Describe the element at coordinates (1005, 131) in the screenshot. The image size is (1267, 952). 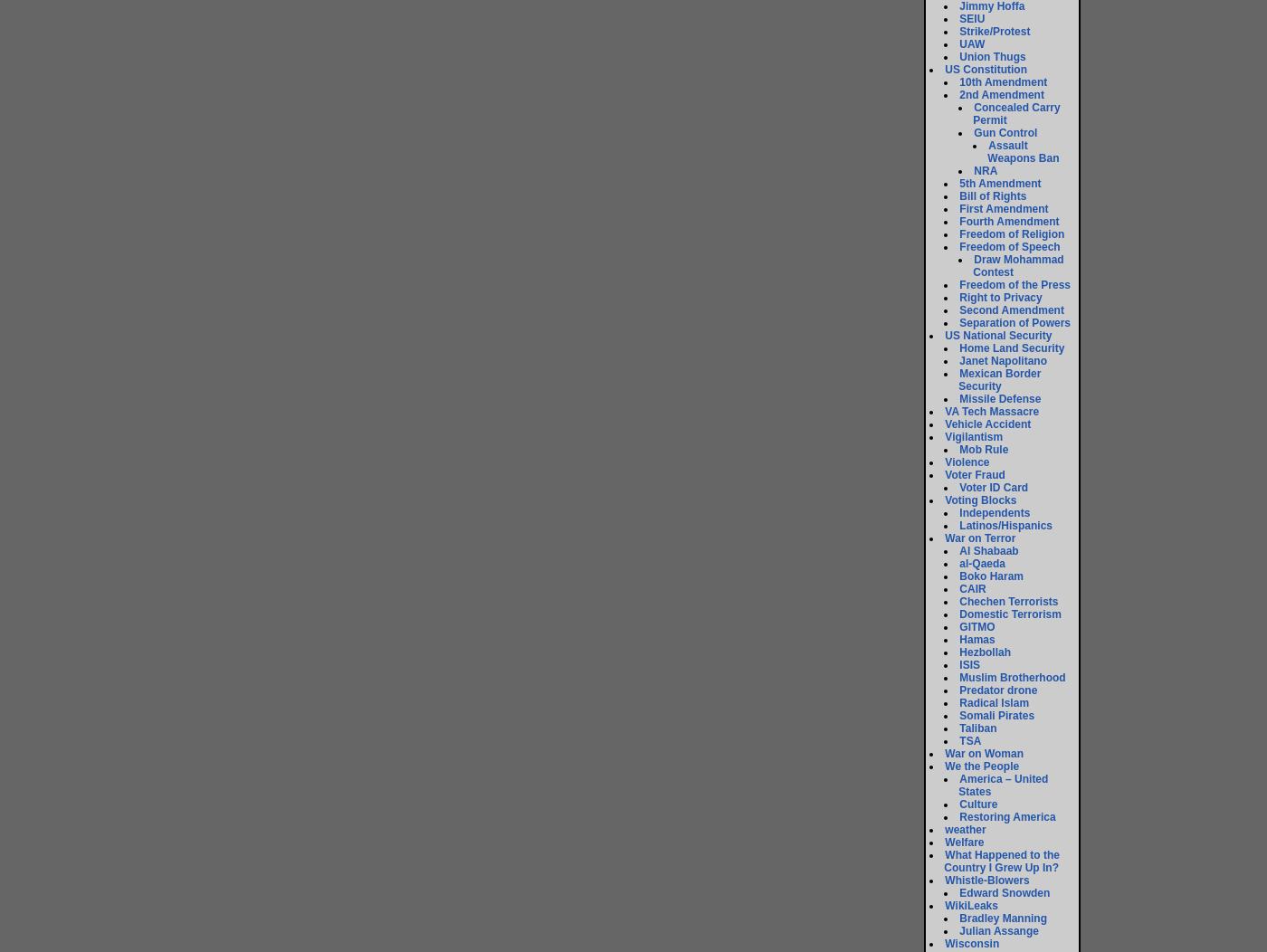
I see `'Gun Control'` at that location.